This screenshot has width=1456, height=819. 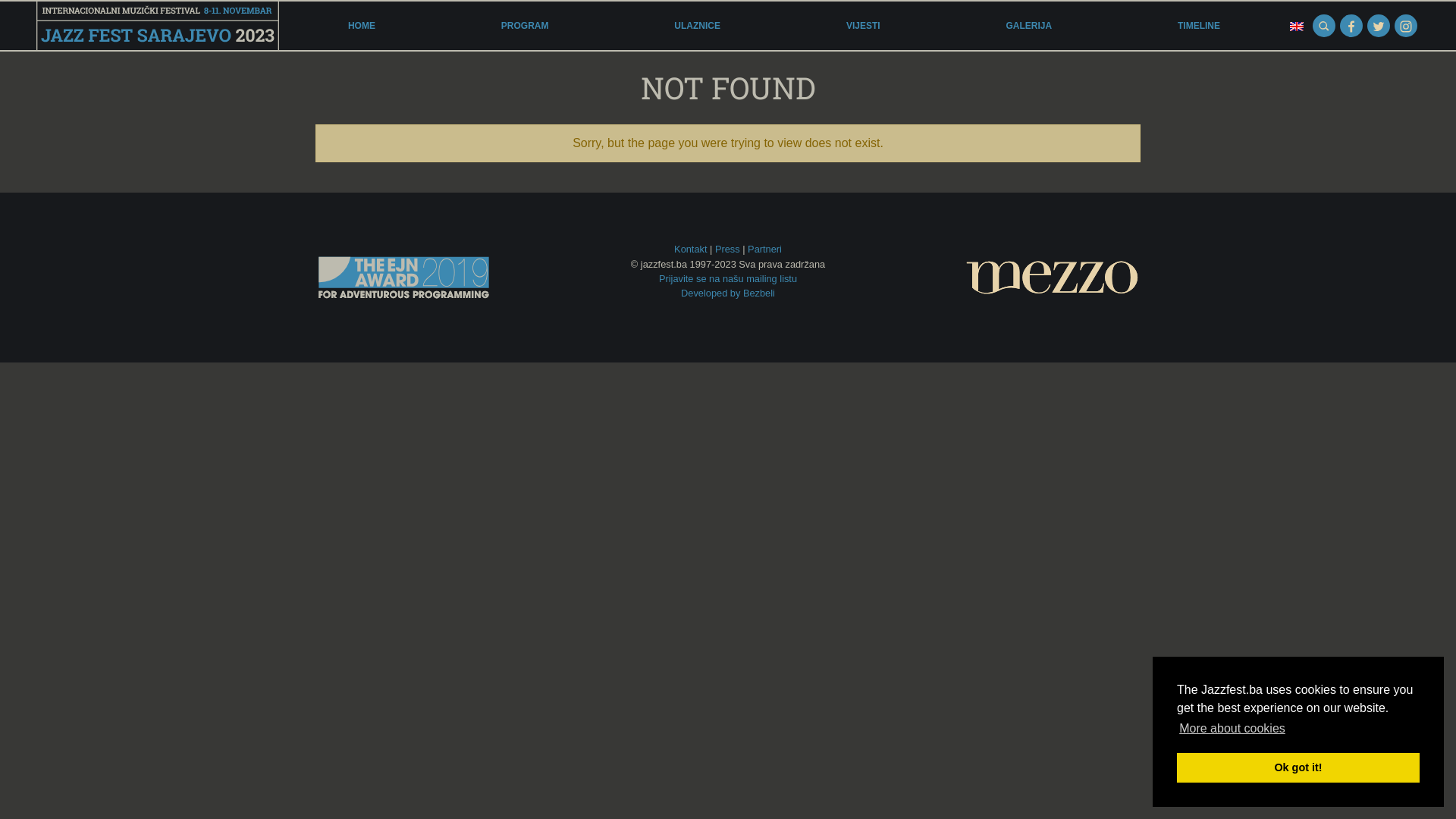 What do you see at coordinates (696, 26) in the screenshot?
I see `'ULAZNICE'` at bounding box center [696, 26].